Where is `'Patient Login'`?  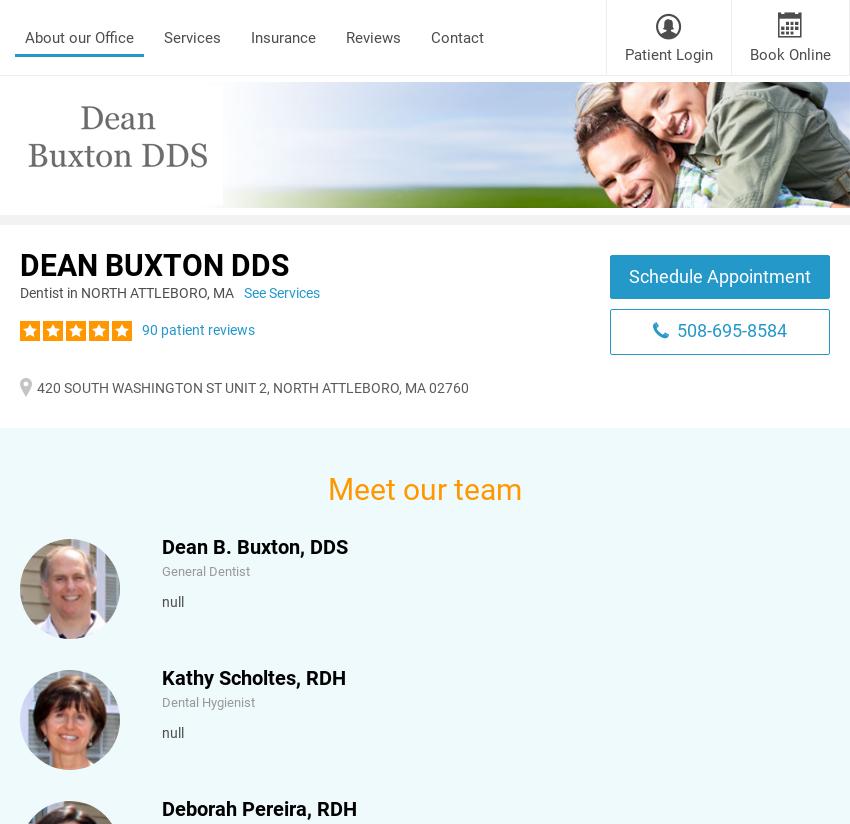
'Patient Login' is located at coordinates (624, 54).